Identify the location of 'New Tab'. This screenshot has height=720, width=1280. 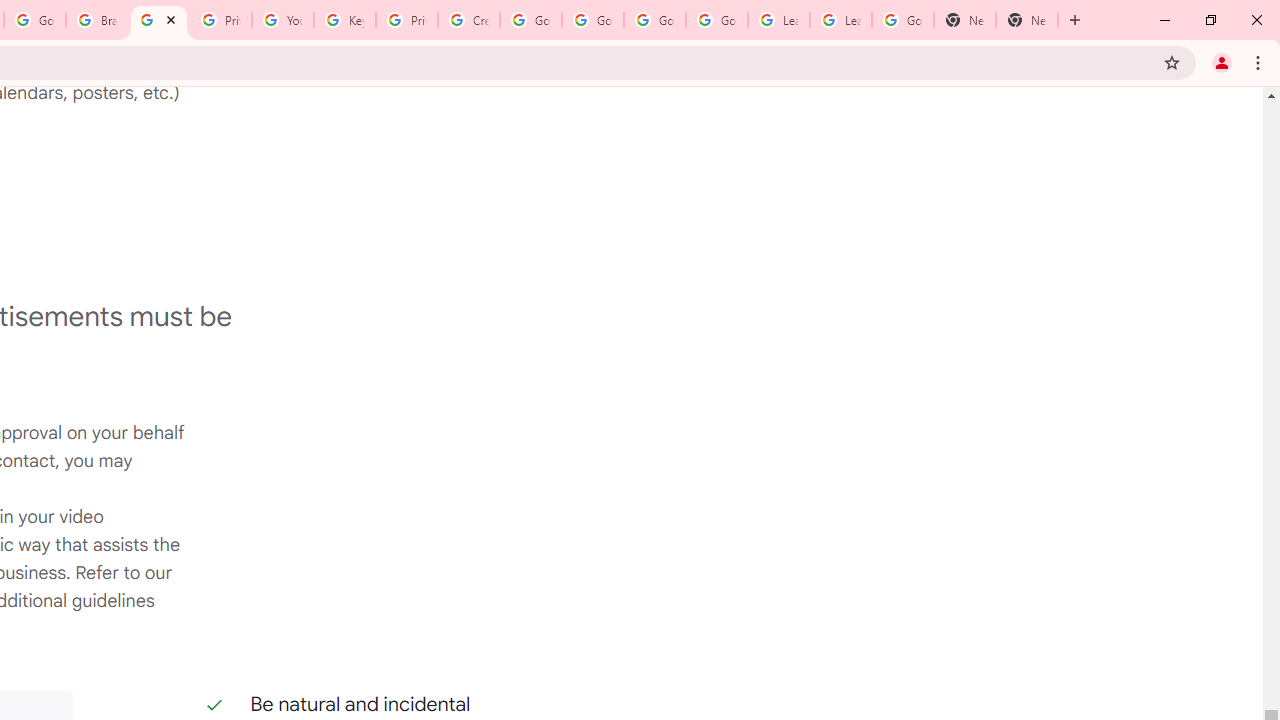
(1027, 20).